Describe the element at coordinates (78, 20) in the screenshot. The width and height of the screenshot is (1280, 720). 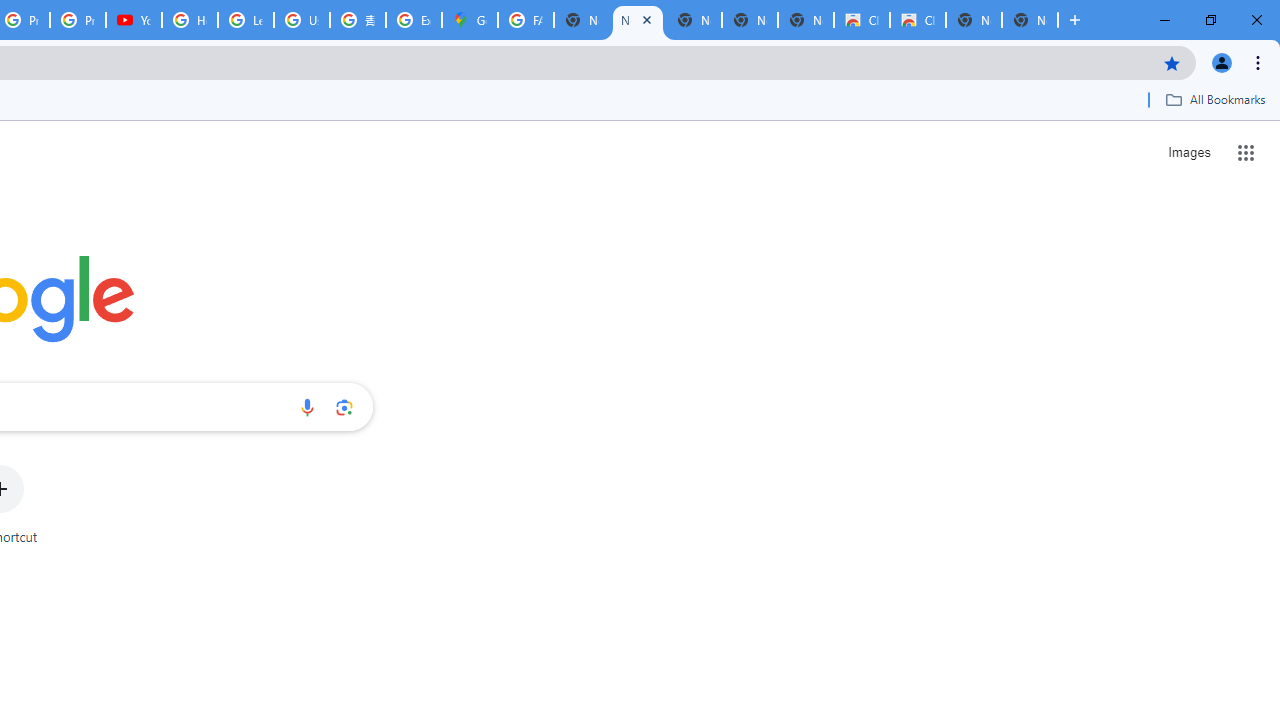
I see `'Privacy Checkup'` at that location.